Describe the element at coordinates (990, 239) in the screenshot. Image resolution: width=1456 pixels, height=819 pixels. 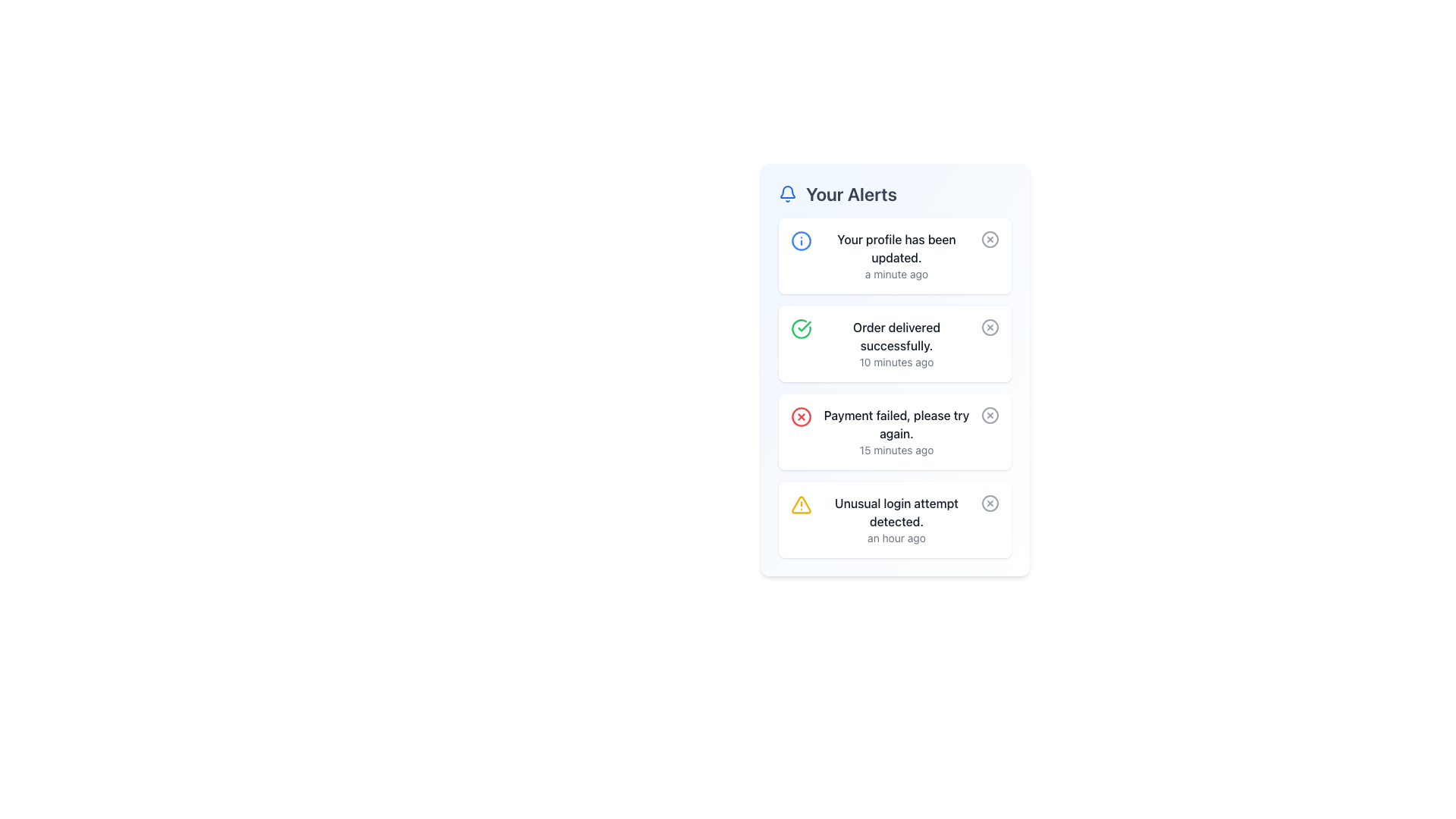
I see `the unfilled SVG circle icon located to the far-right of the first alert item in the alerts list` at that location.